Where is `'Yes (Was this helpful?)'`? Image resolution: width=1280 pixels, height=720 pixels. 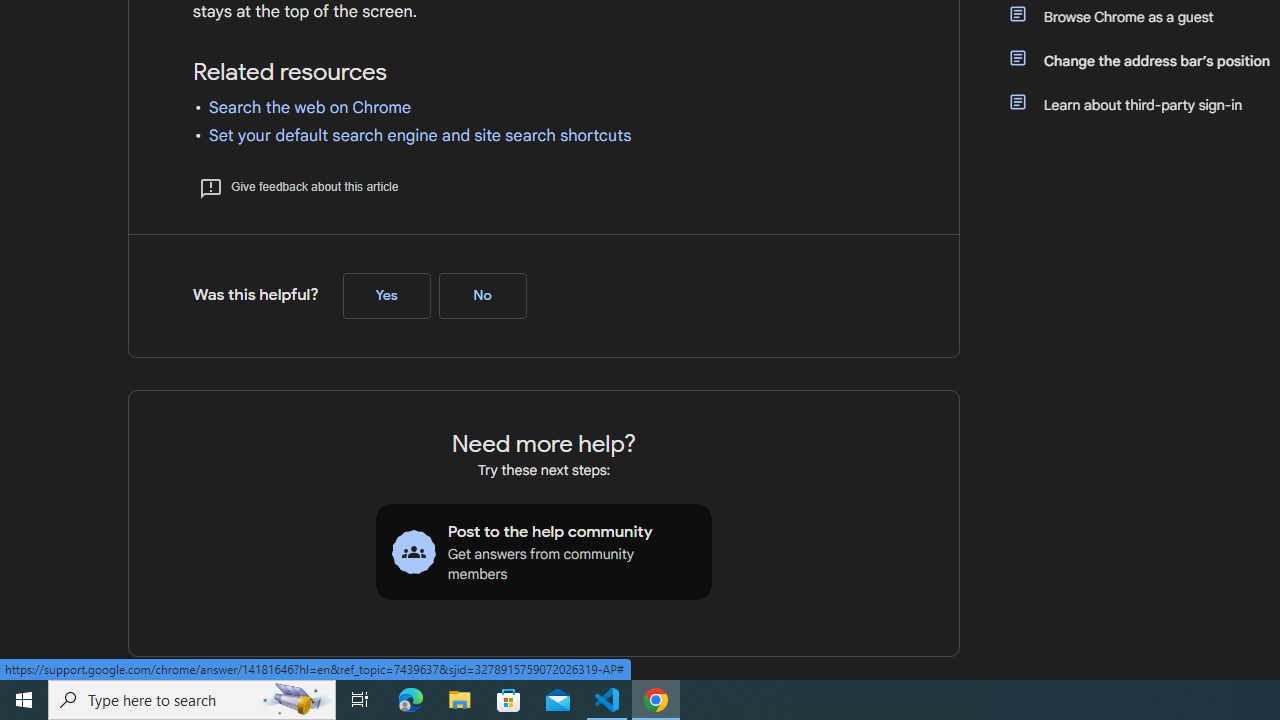 'Yes (Was this helpful?)' is located at coordinates (386, 295).